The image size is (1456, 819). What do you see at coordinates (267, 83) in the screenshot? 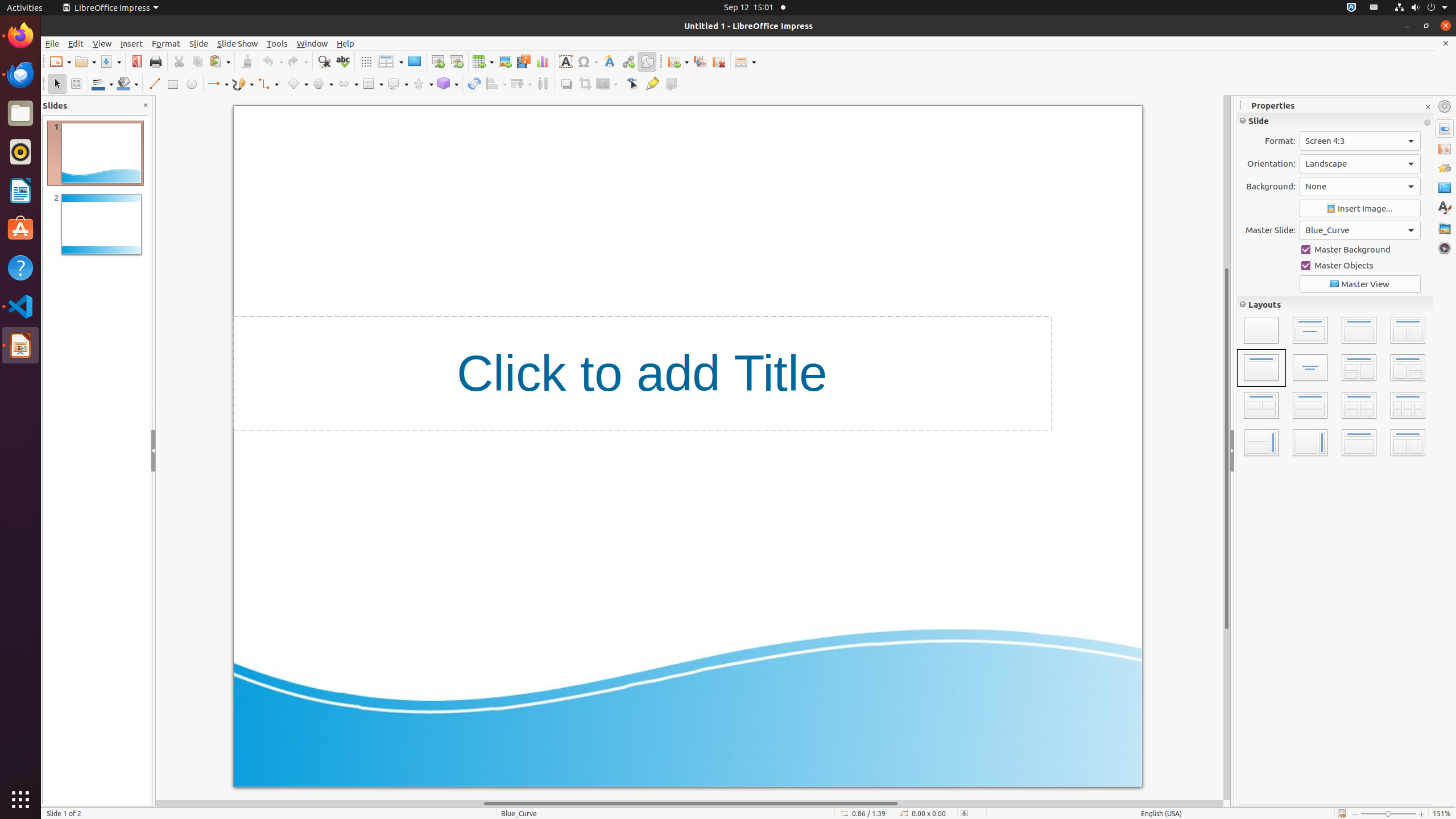
I see `'Connectors'` at bounding box center [267, 83].